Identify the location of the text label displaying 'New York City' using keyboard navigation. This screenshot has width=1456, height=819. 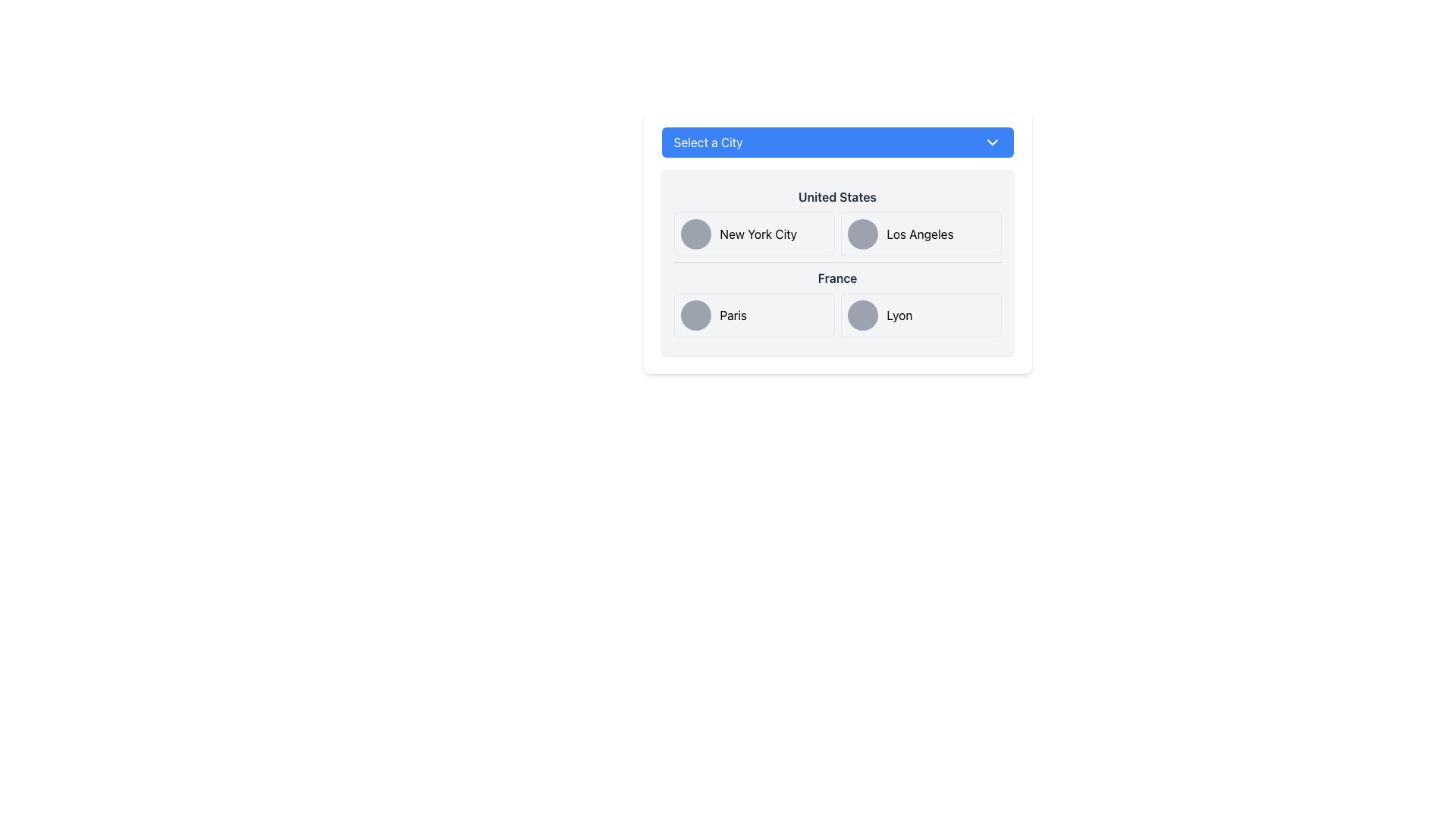
(758, 234).